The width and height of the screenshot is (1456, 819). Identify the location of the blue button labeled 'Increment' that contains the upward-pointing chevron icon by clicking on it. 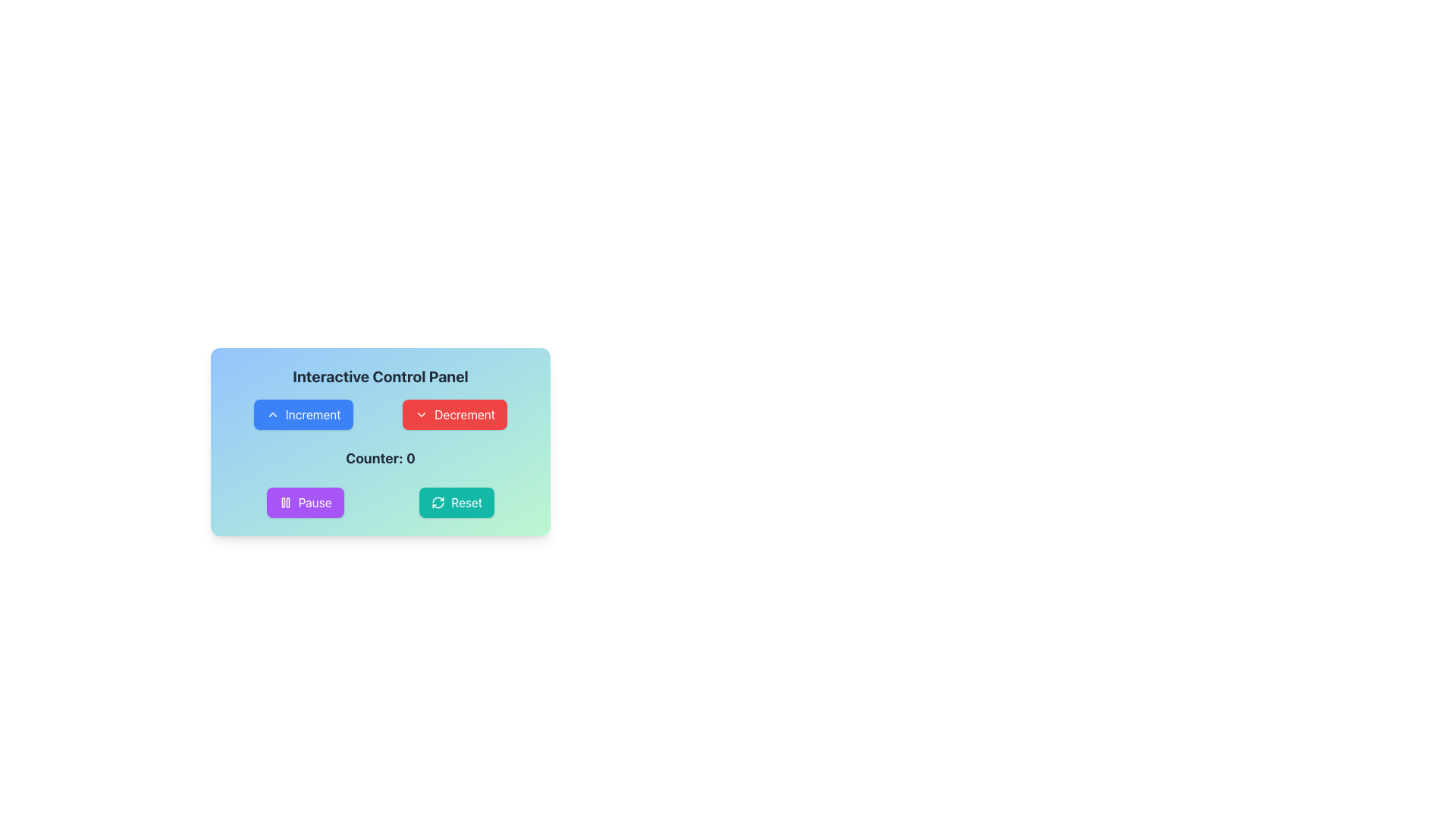
(272, 415).